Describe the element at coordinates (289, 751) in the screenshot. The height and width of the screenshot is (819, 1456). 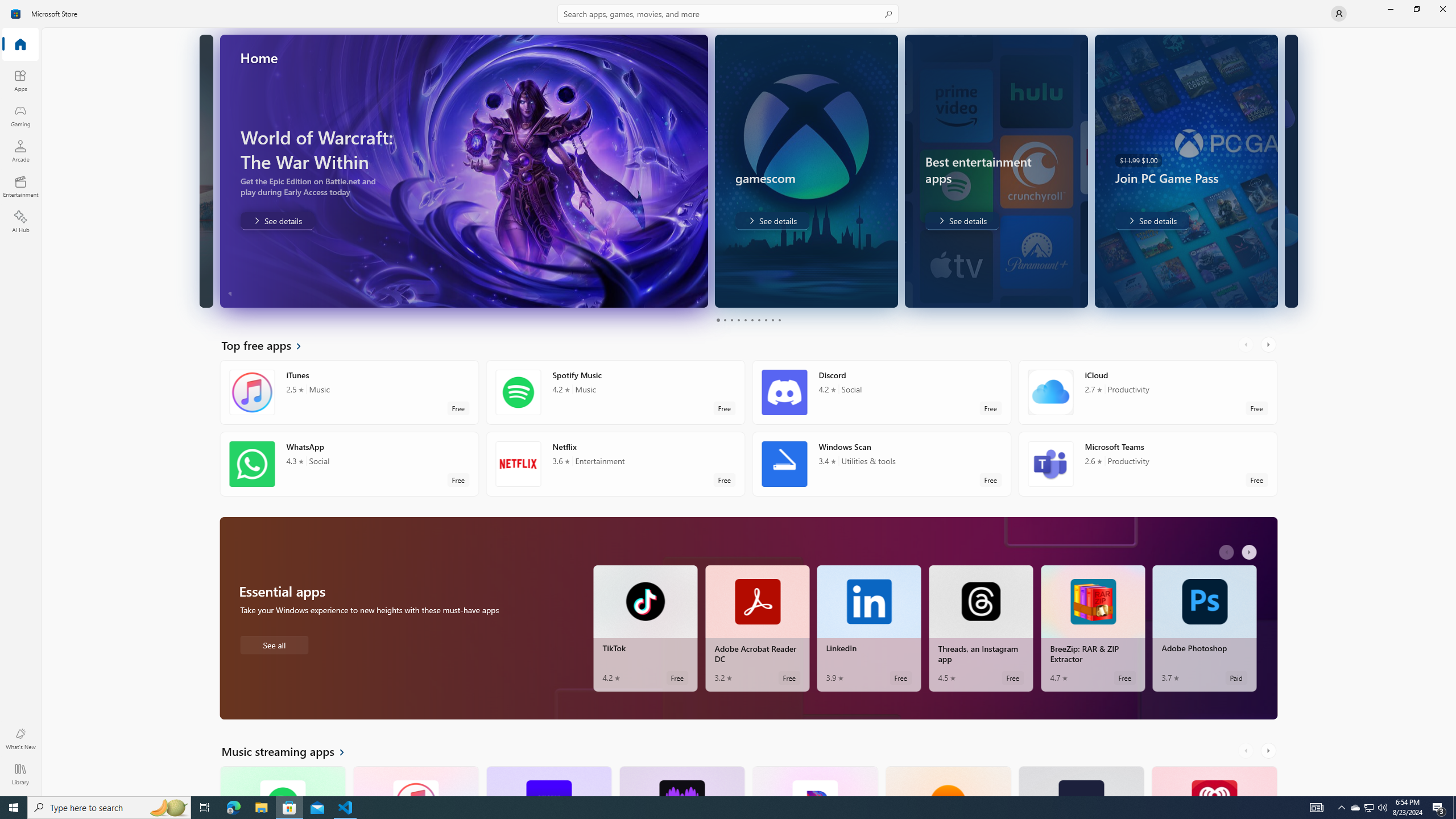
I see `'See all  Music streaming apps'` at that location.